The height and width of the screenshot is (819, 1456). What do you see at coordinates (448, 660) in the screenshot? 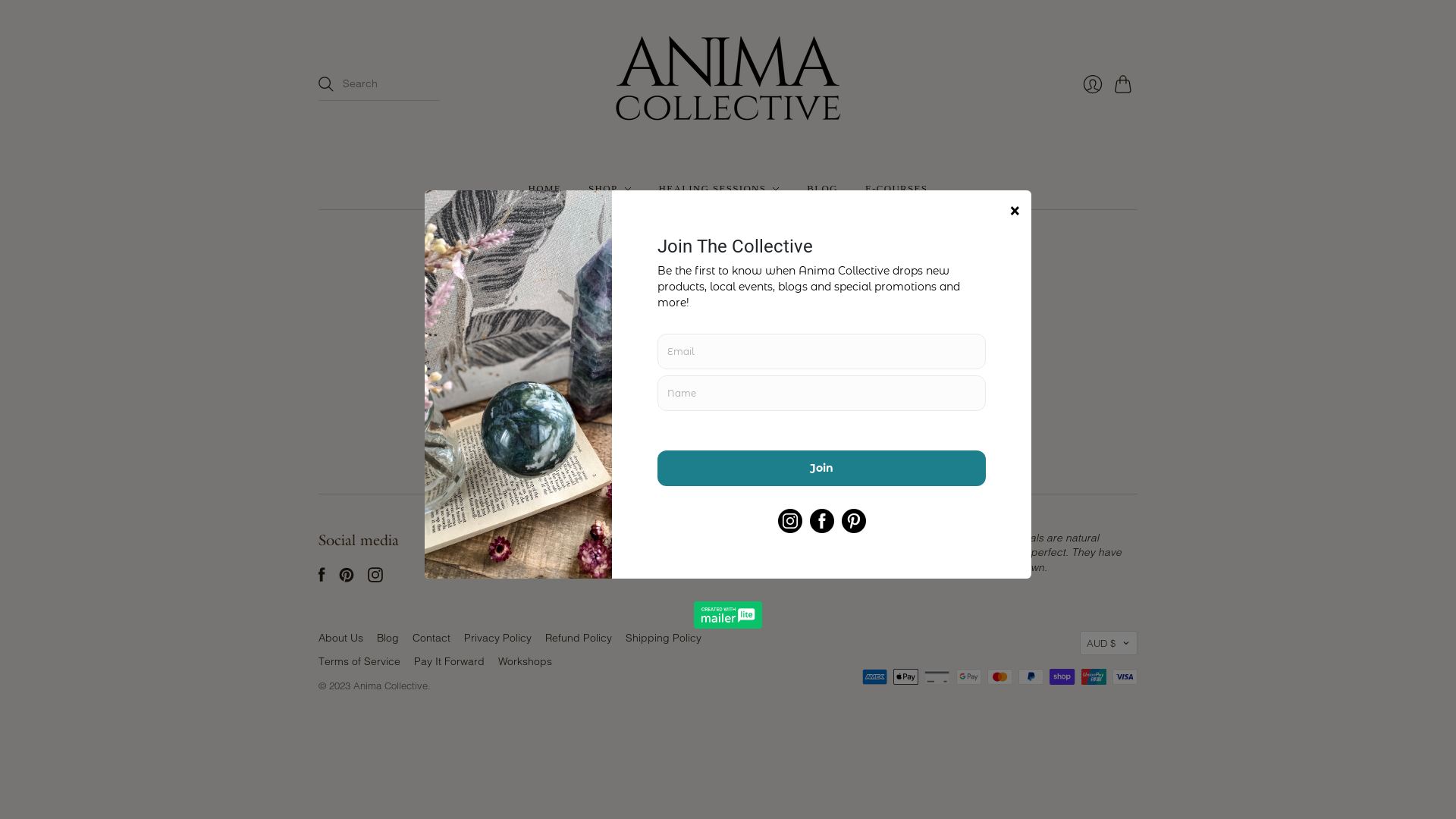
I see `'Pay It Forward'` at bounding box center [448, 660].